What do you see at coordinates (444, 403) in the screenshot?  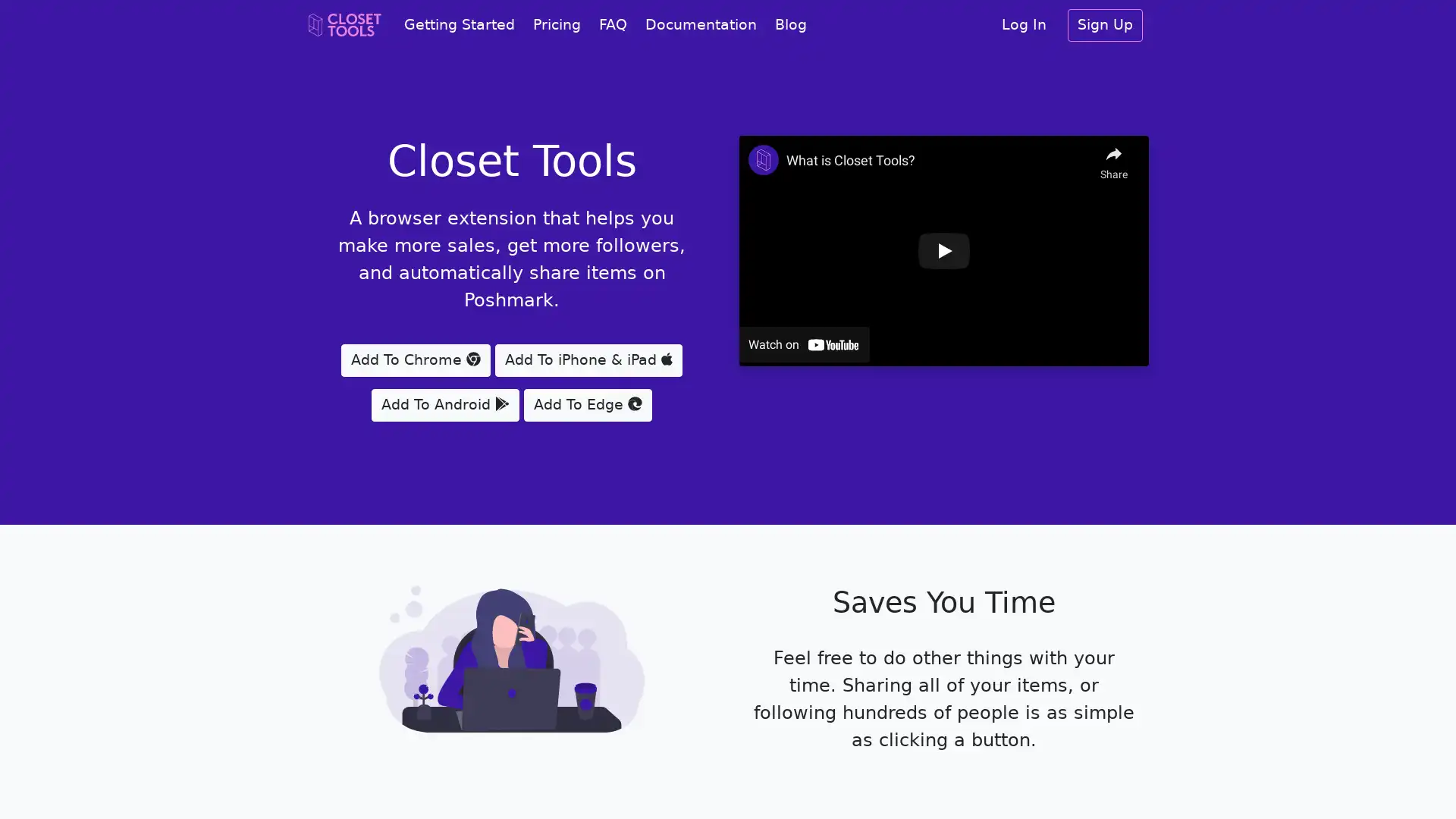 I see `Add To Android` at bounding box center [444, 403].